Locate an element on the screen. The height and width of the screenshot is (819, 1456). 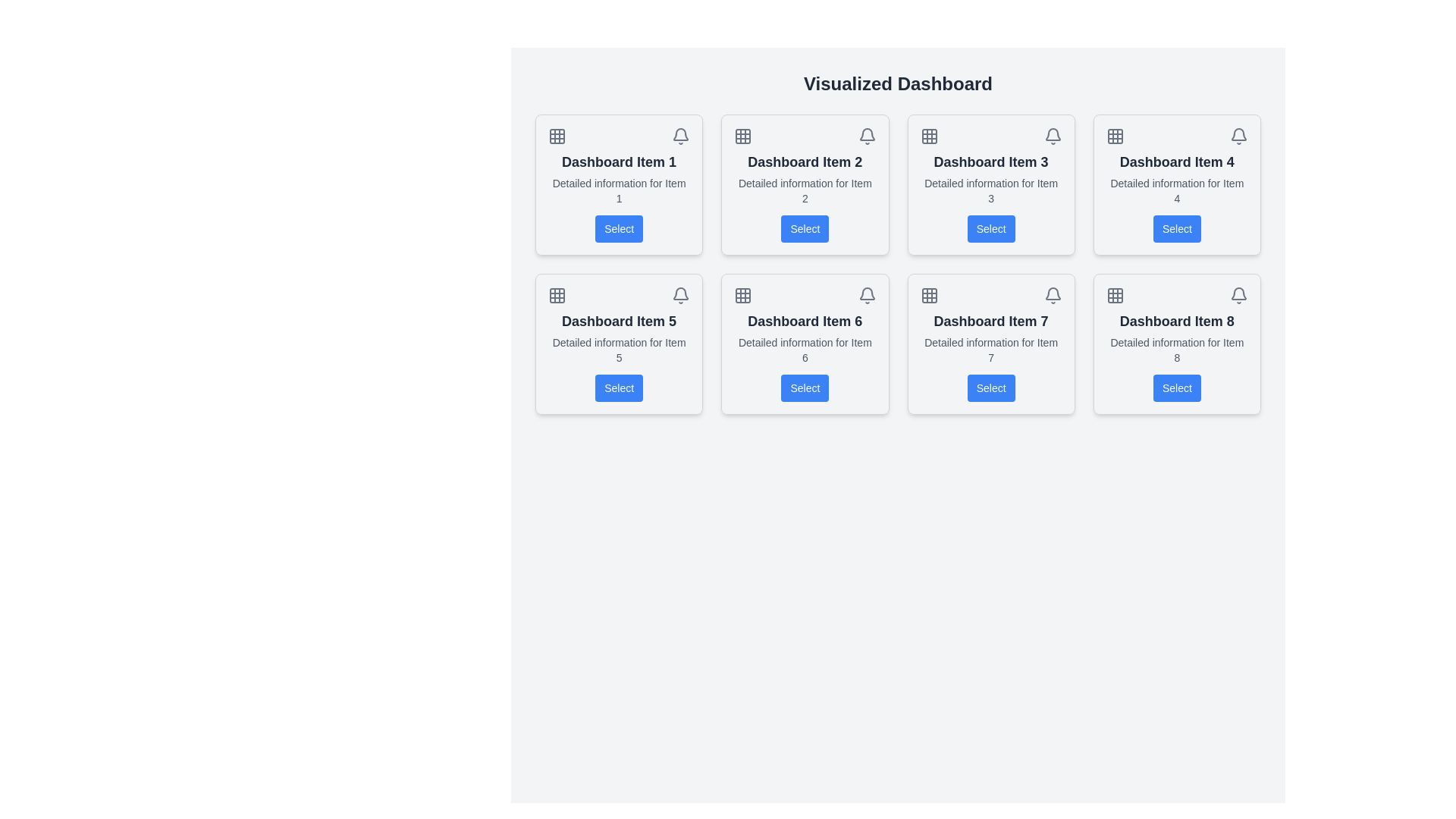
the header text of the eighth card in a 4x2 grid layout, located at the bottom-right corner of the interface is located at coordinates (1176, 321).